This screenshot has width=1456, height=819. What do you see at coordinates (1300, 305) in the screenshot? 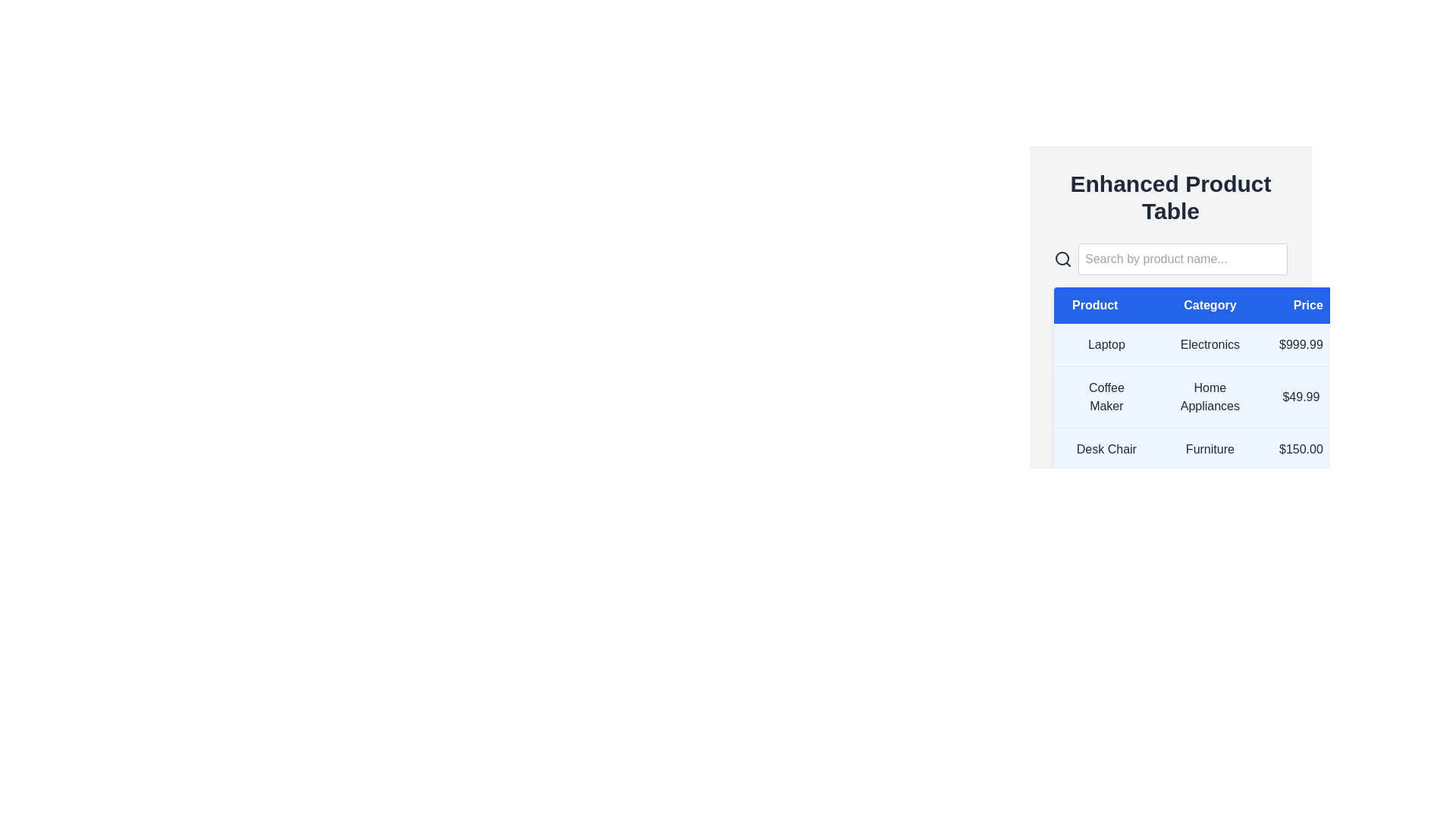
I see `text content of the 'Price' label, which is the third column header in a three-column table, rendered in white text against a blue background` at bounding box center [1300, 305].